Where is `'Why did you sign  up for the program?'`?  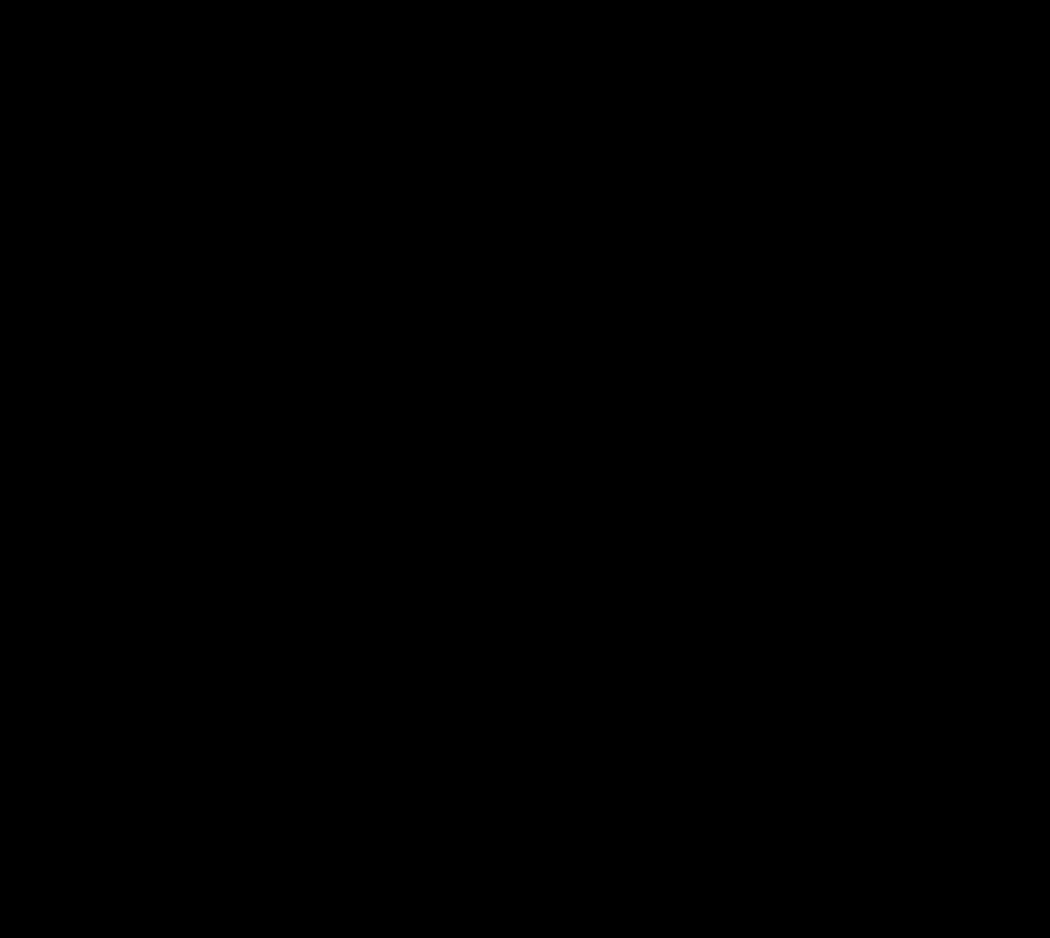 'Why did you sign  up for the program?' is located at coordinates (350, 570).